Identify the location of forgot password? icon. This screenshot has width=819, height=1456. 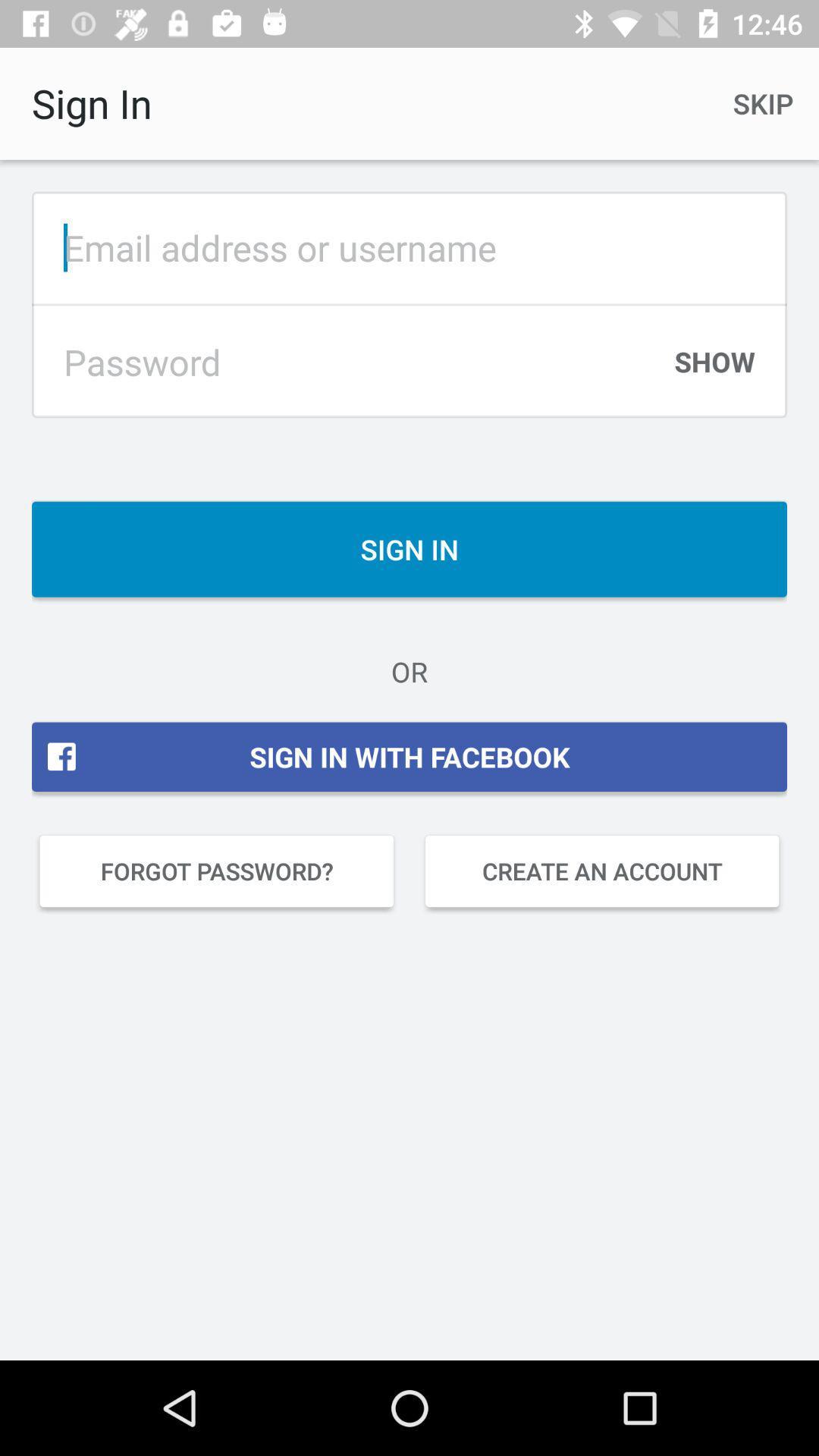
(216, 871).